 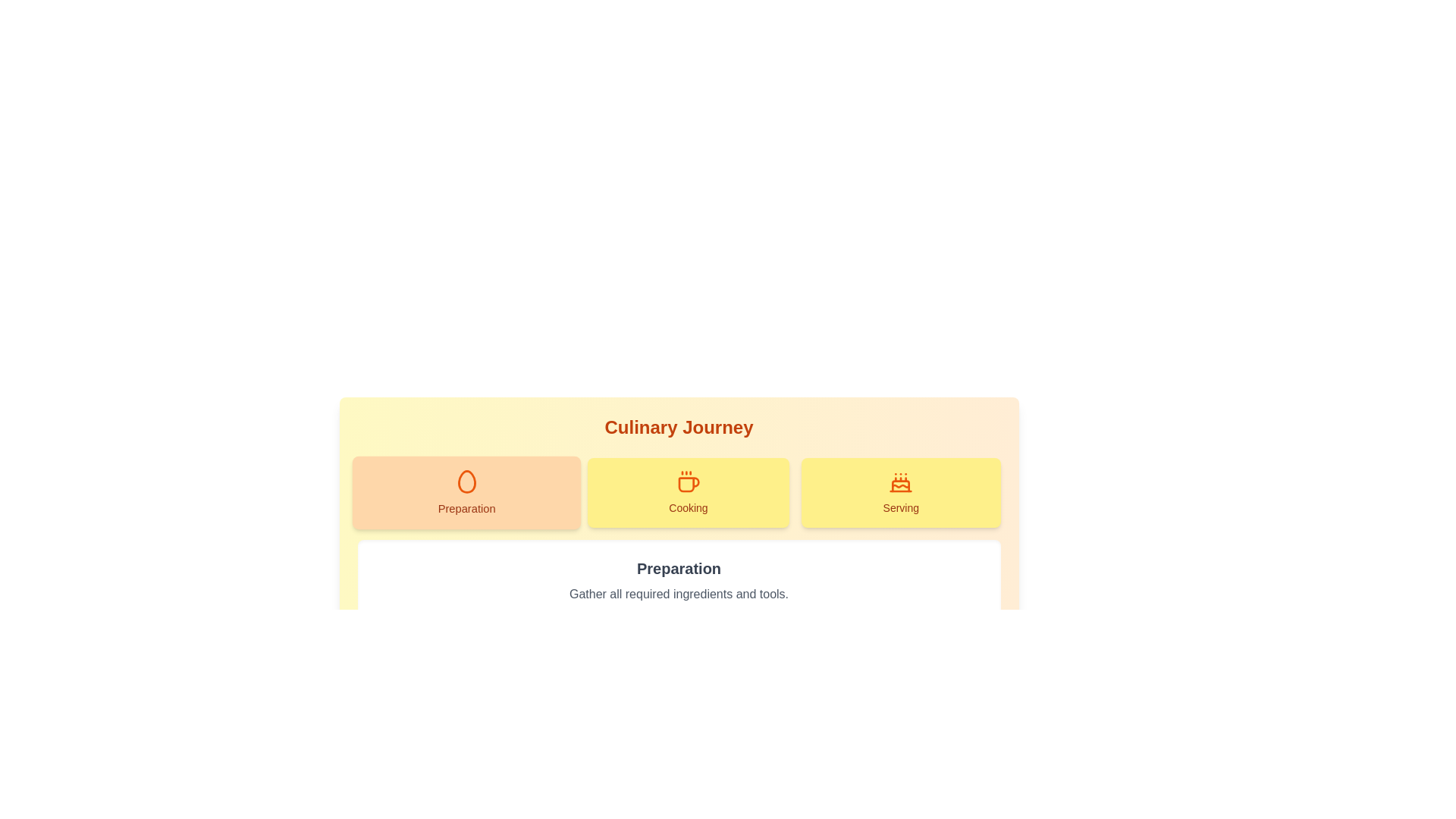 I want to click on the navigation button located at the bottom right of the layout, so click(x=962, y=654).